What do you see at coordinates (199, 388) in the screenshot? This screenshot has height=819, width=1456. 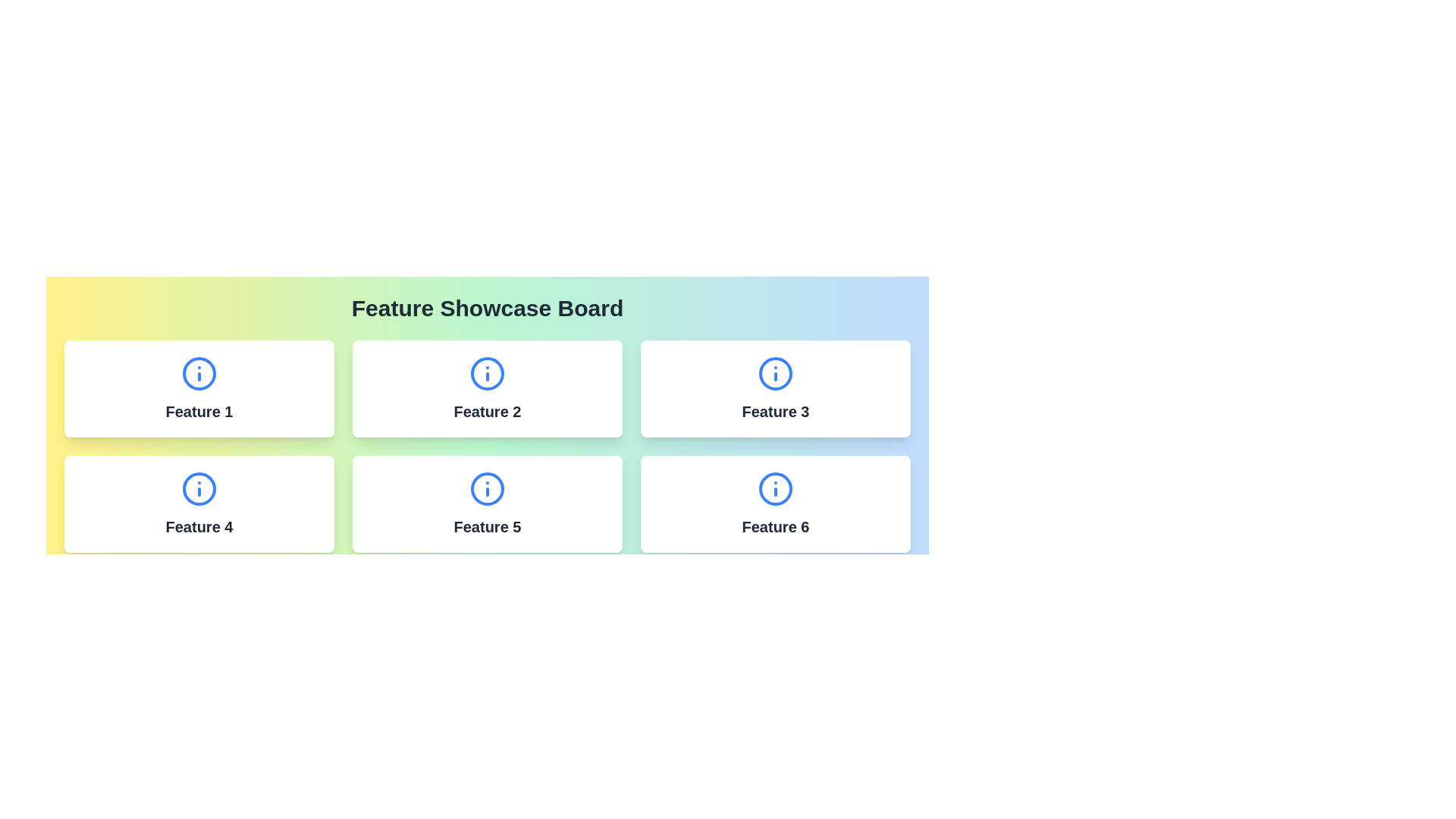 I see `the informational card about 'Feature 1' located in the top-left corner of the grid layout to read the displayed text` at bounding box center [199, 388].